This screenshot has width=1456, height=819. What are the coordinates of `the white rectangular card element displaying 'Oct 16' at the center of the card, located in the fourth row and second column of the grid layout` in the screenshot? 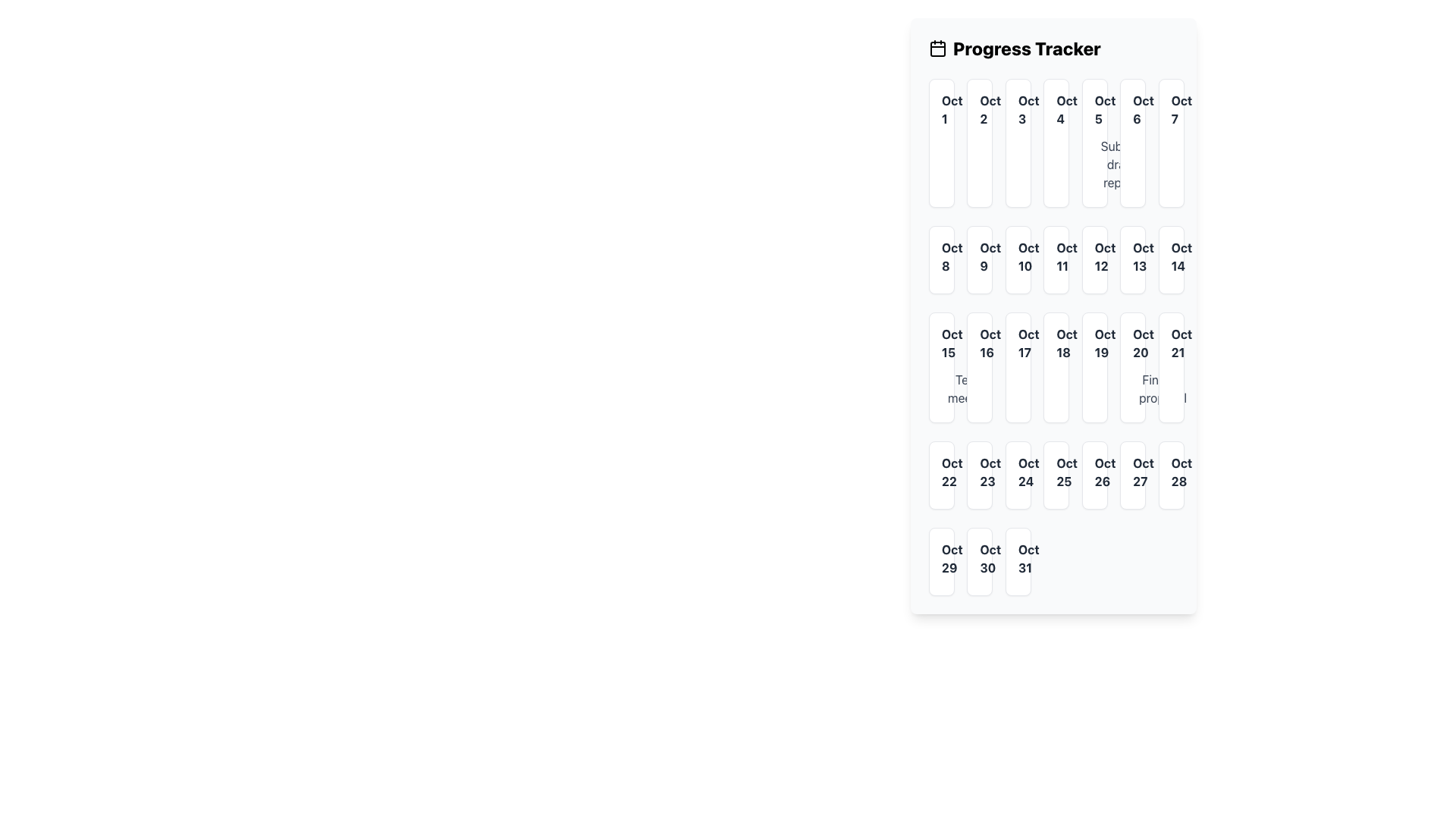 It's located at (980, 368).